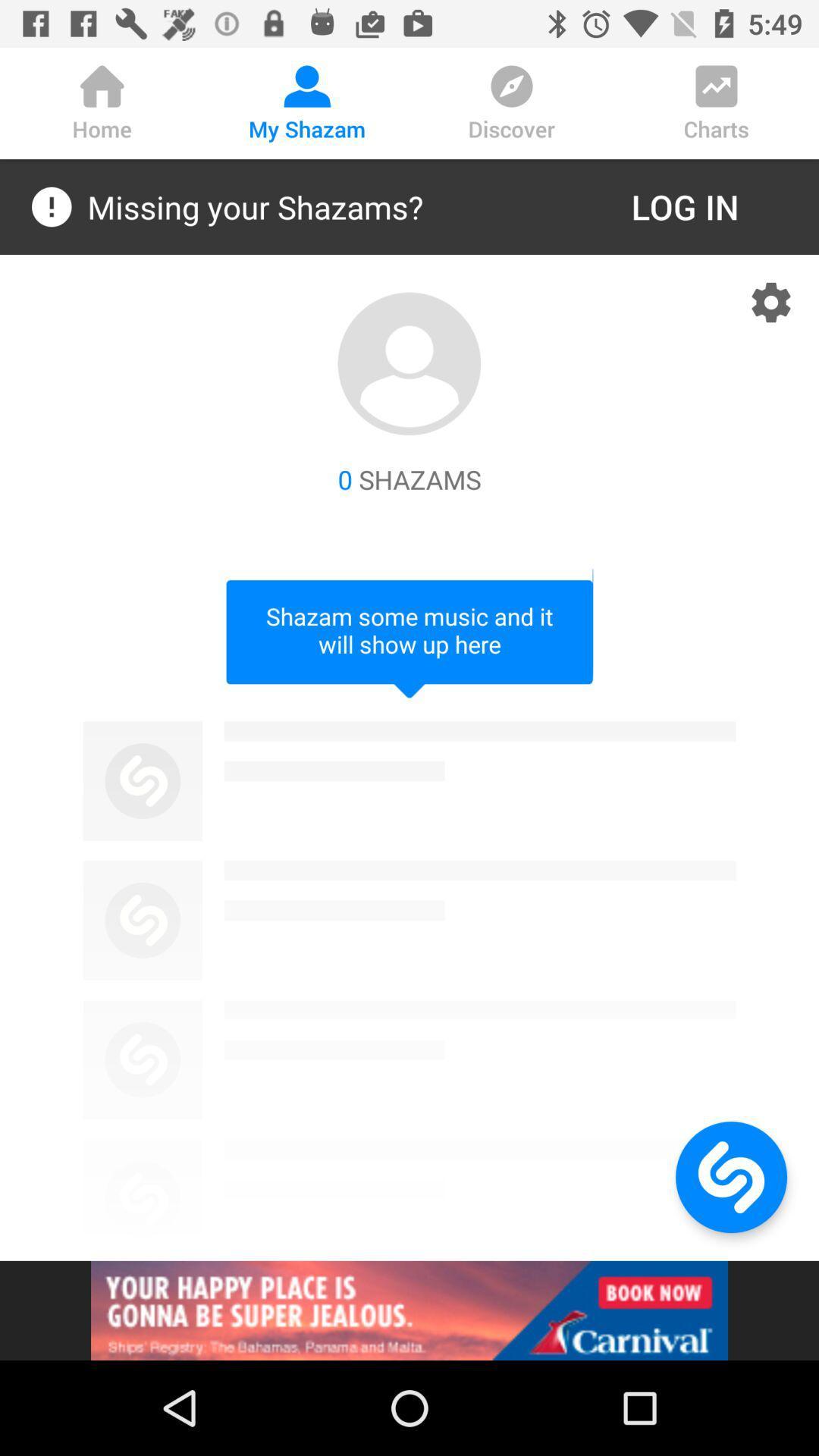  I want to click on look at the settings, so click(771, 302).